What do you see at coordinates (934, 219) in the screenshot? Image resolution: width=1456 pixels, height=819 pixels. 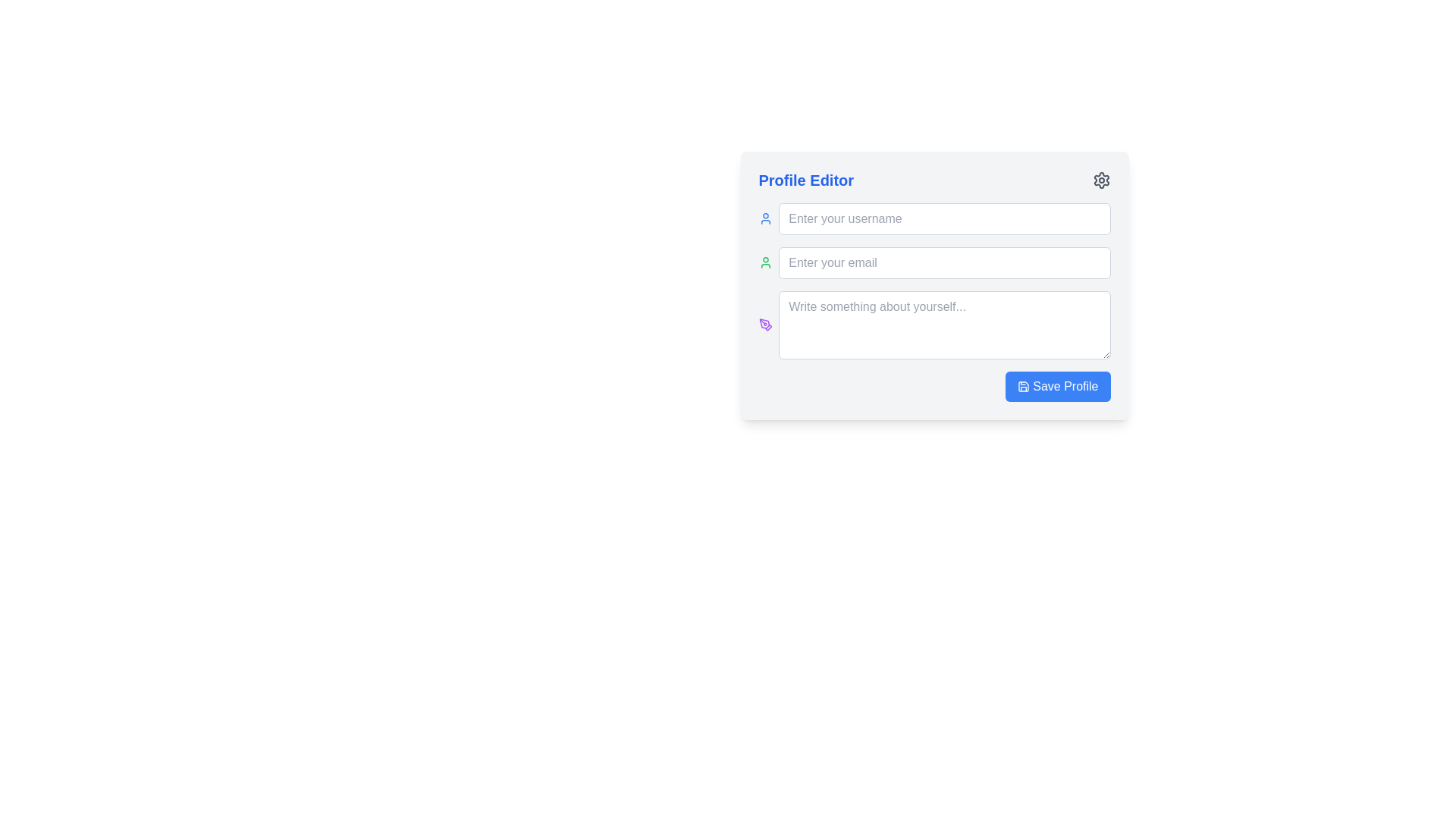 I see `the username input field, which is located at the top of the primary input section and serves as the first element in a vertical stack of input fields` at bounding box center [934, 219].